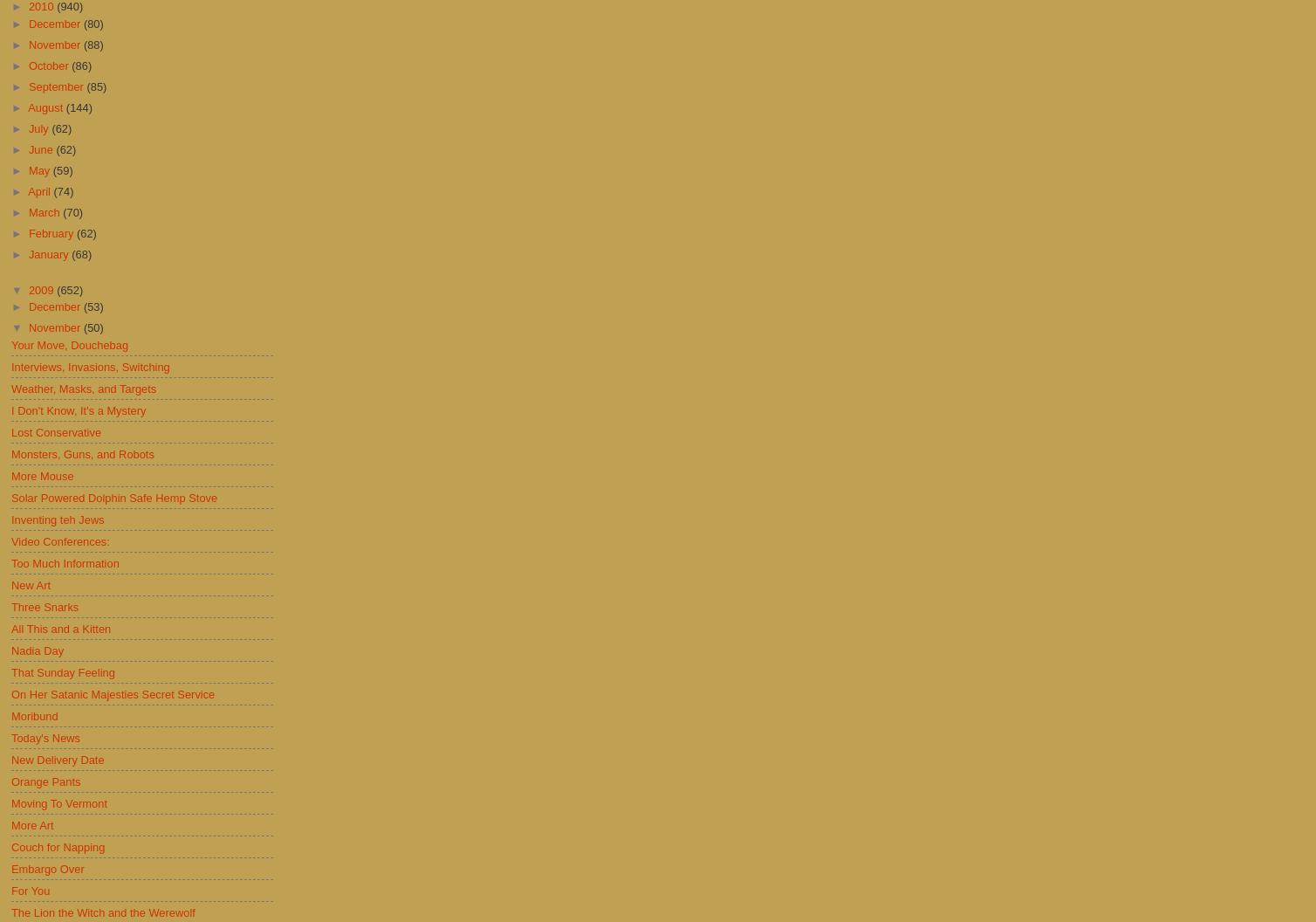 The image size is (1316, 922). I want to click on 'Nadia Day', so click(37, 649).